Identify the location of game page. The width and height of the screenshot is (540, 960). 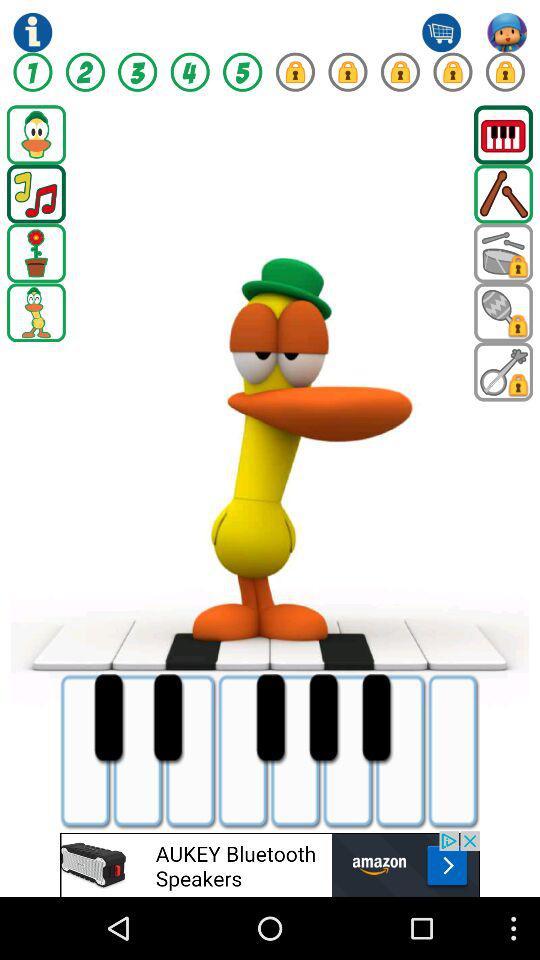
(400, 72).